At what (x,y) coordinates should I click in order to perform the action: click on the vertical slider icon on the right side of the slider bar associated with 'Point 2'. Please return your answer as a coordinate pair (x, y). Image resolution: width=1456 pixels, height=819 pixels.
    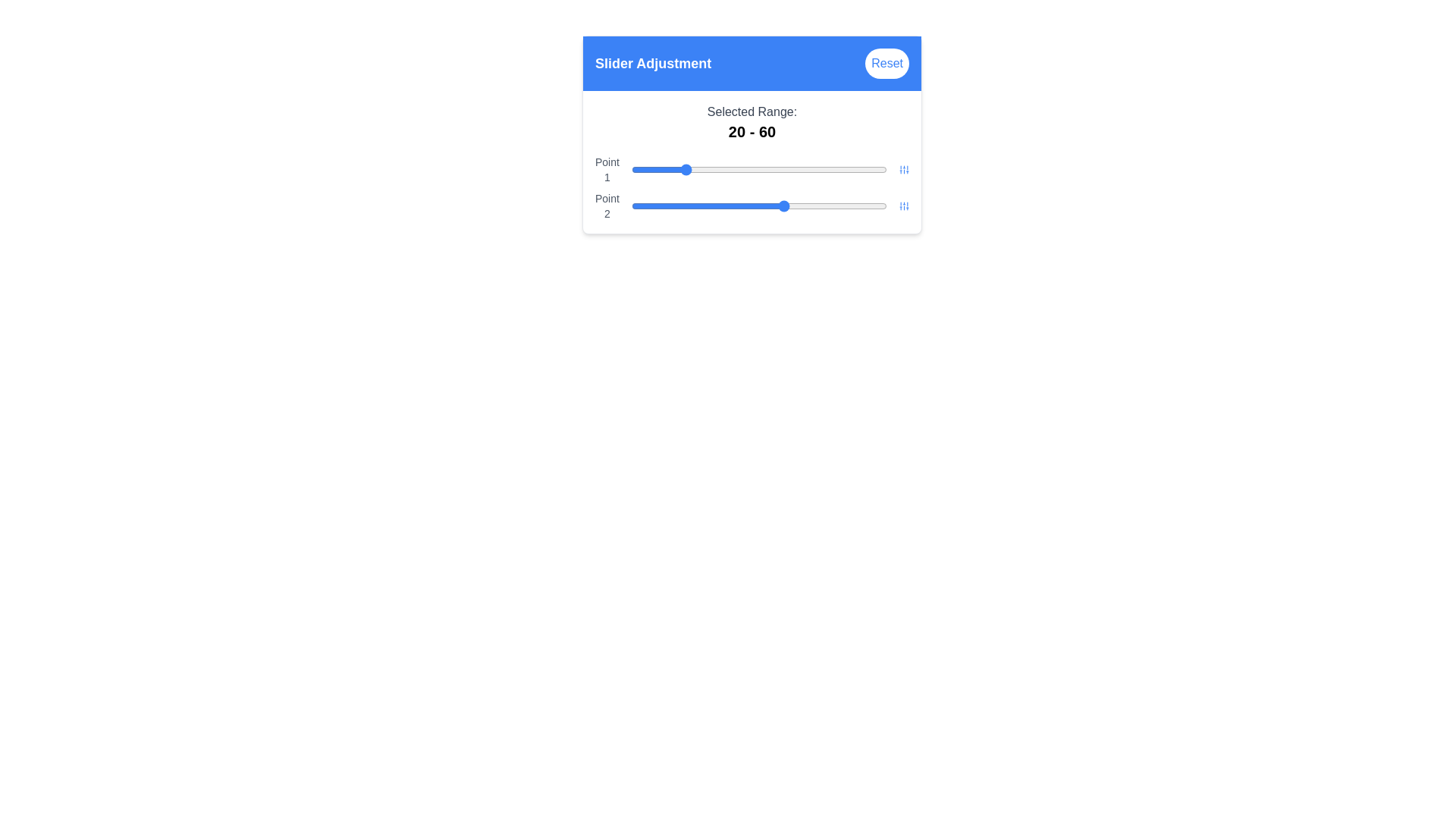
    Looking at the image, I should click on (904, 169).